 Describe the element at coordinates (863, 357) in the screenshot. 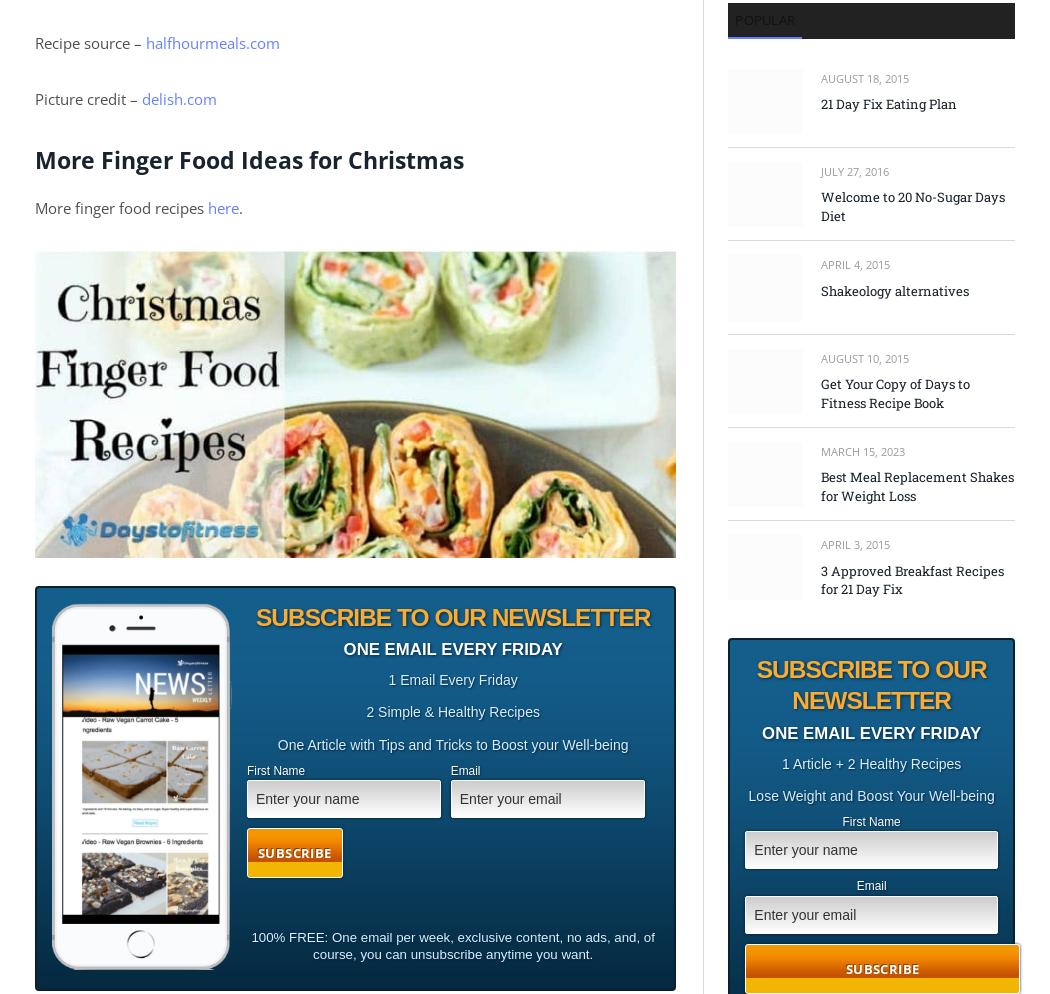

I see `'August 10, 2015'` at that location.